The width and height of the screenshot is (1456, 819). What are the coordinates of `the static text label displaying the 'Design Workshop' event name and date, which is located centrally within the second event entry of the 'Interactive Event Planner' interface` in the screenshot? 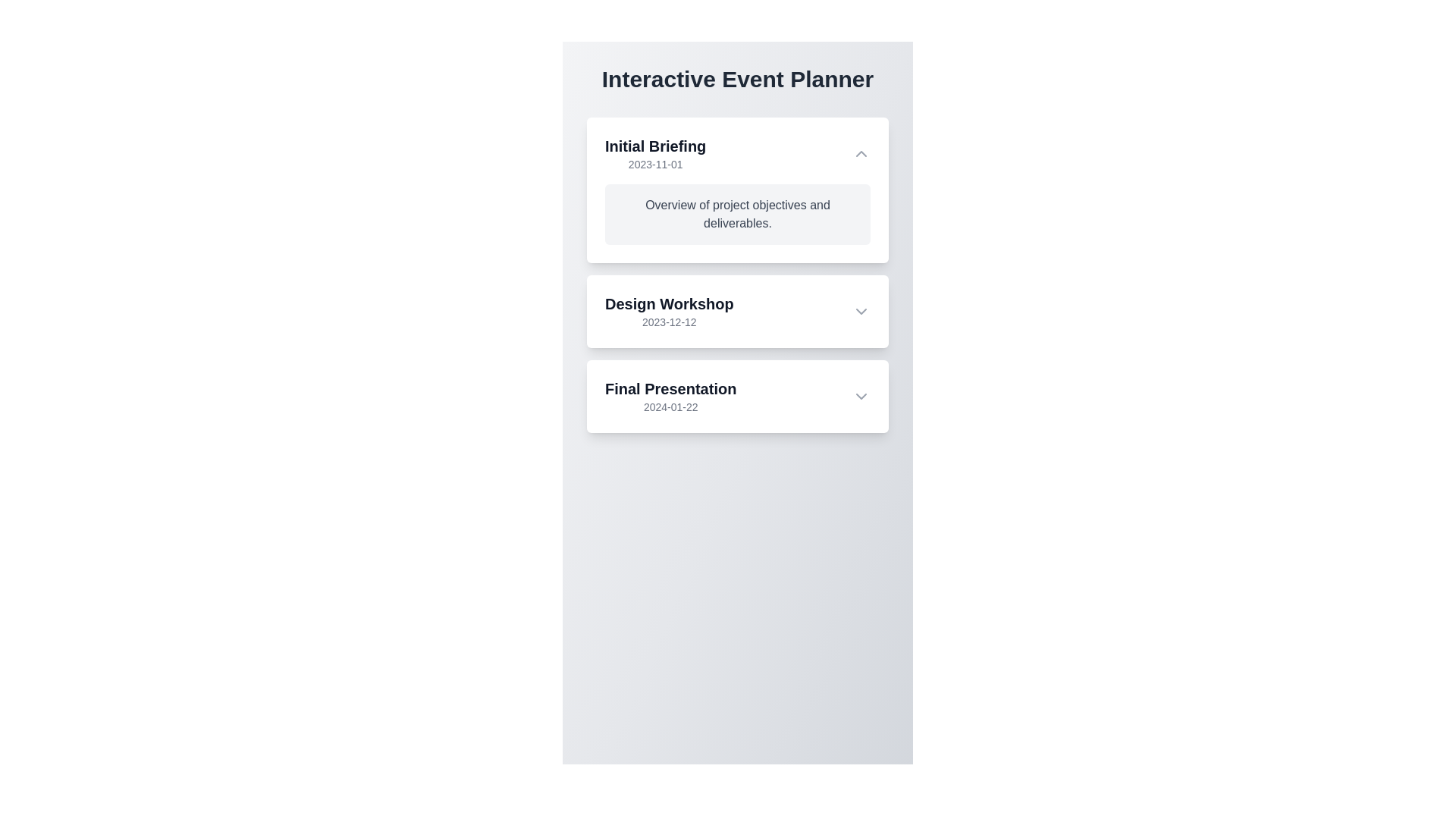 It's located at (668, 311).